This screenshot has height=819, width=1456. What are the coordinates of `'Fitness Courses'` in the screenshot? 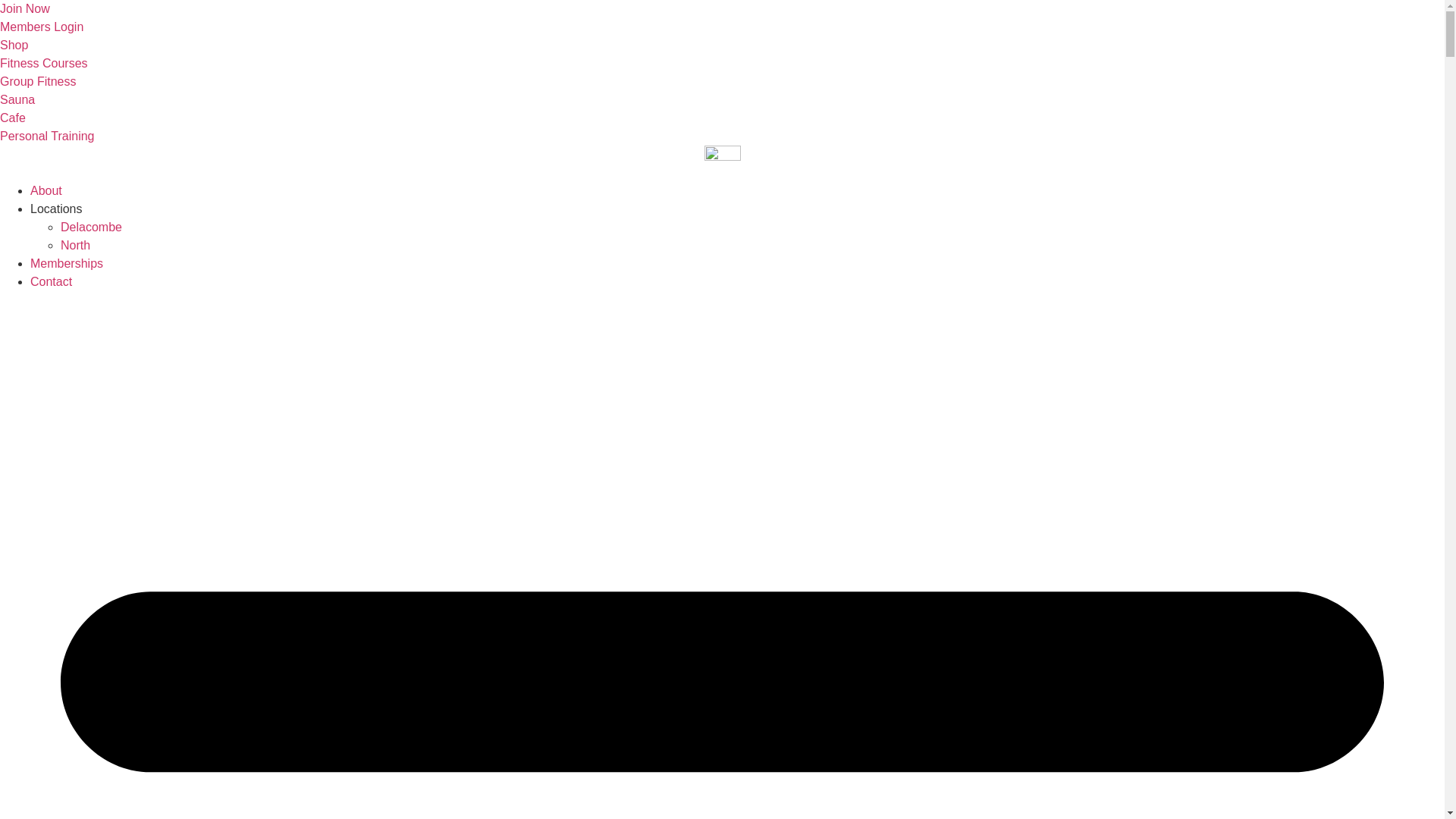 It's located at (0, 62).